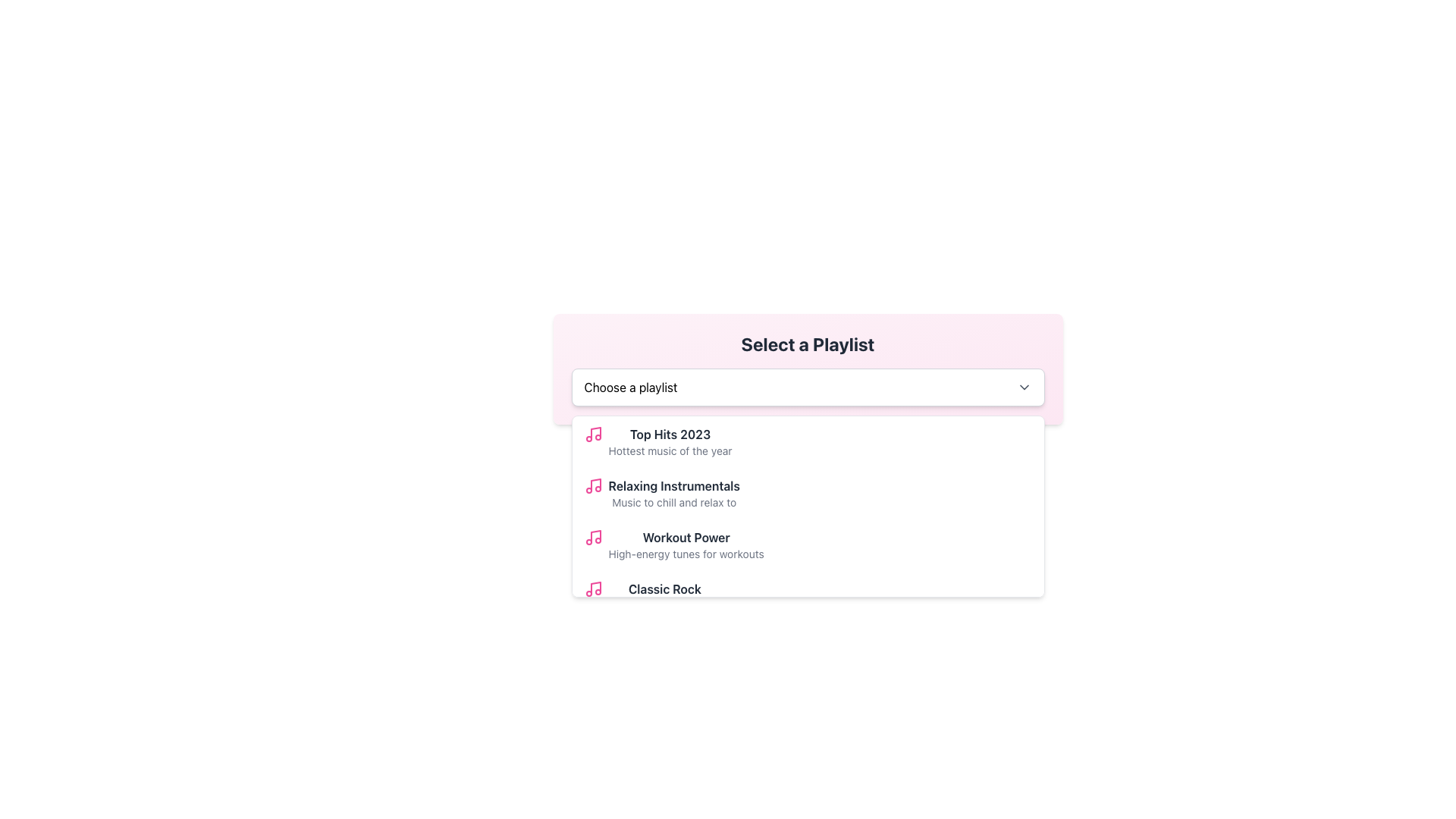 The height and width of the screenshot is (819, 1456). Describe the element at coordinates (592, 588) in the screenshot. I see `the pink musical note icon located to the left of the 'Classic Rock' text in the bottom-most entry of the selectable playlist list` at that location.